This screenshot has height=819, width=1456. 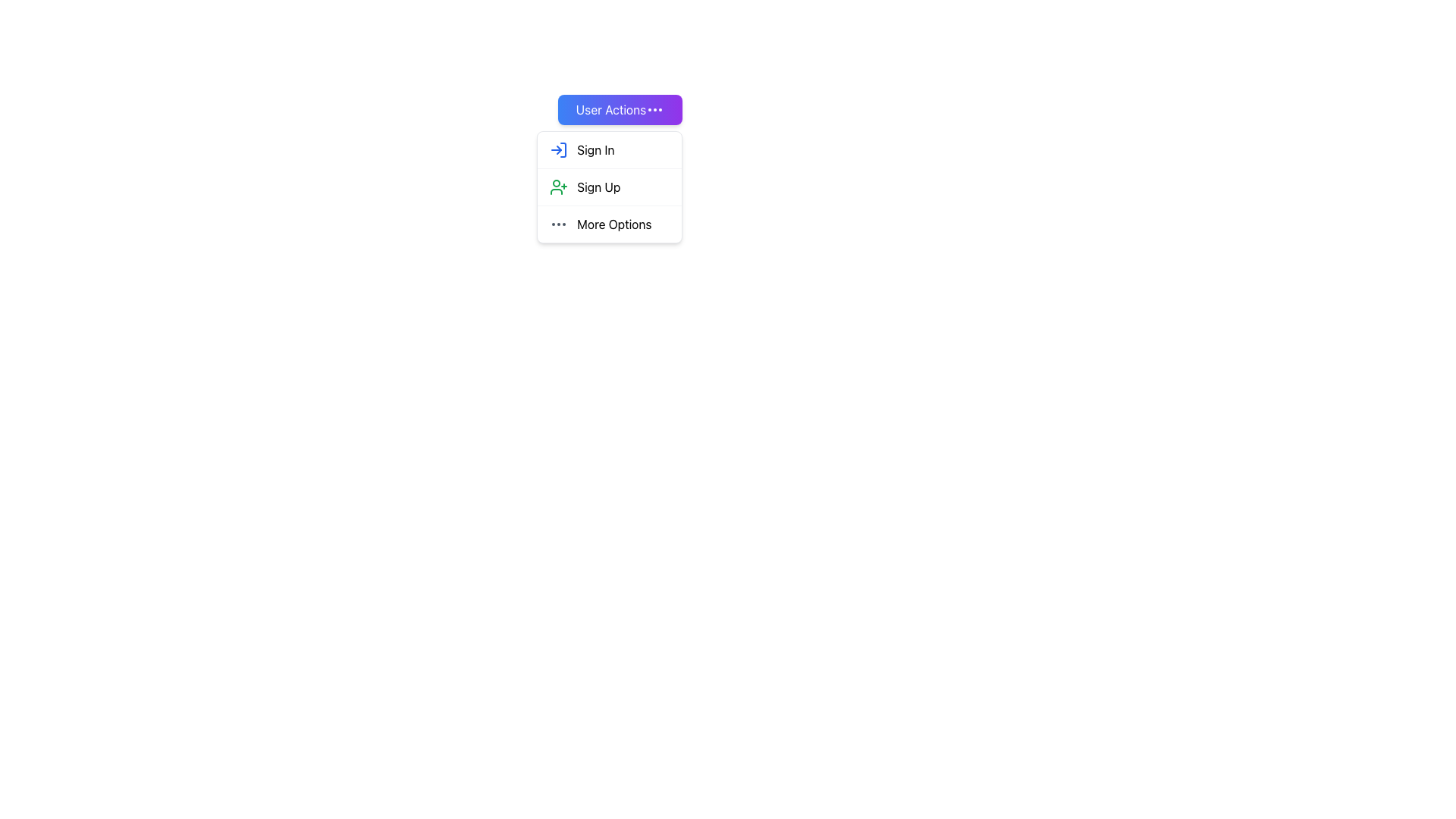 What do you see at coordinates (610, 224) in the screenshot?
I see `the 'More Options' menu item located at the bottom of the dropdown menu` at bounding box center [610, 224].